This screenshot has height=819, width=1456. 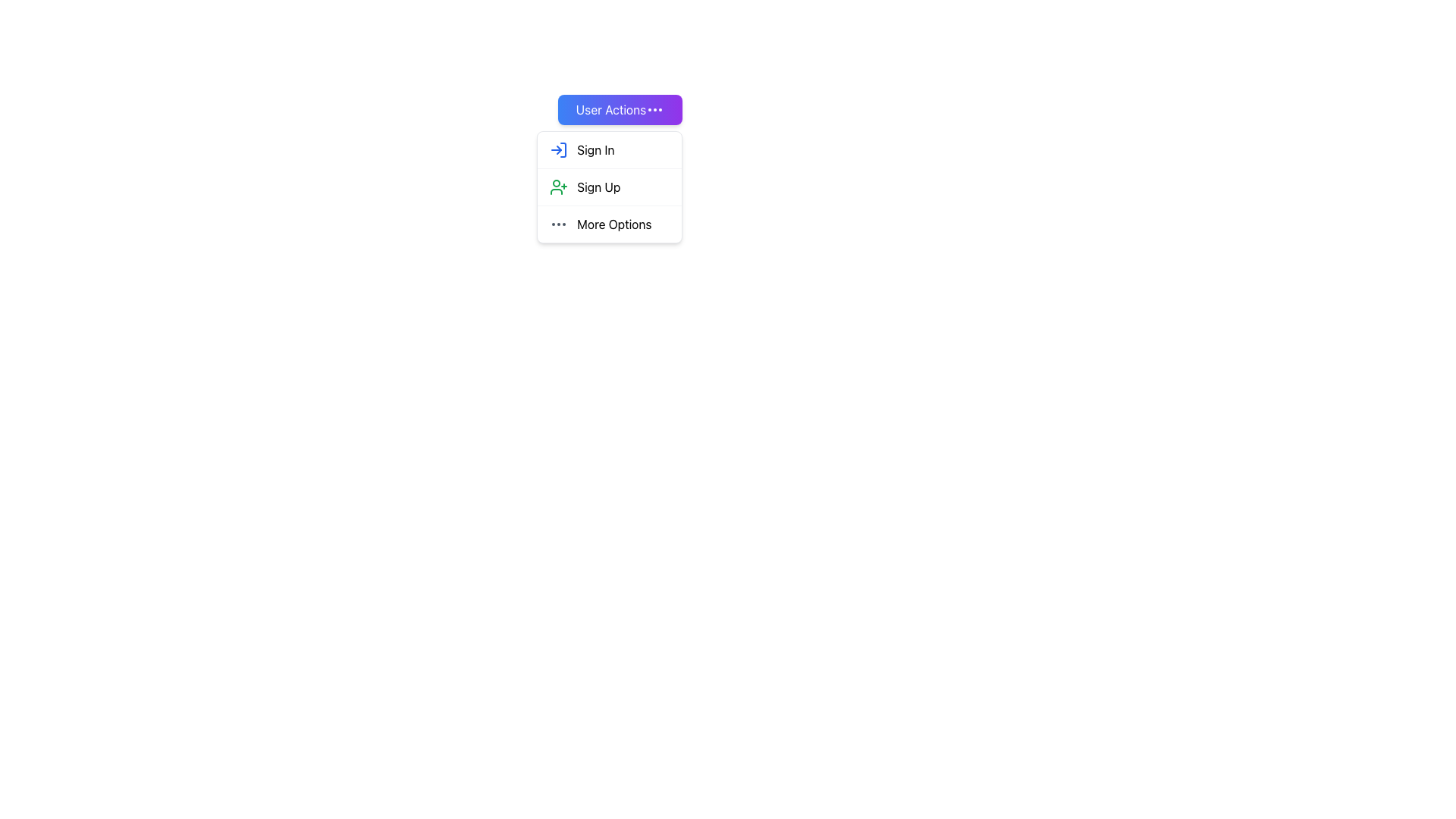 What do you see at coordinates (610, 224) in the screenshot?
I see `the 'More Options' menu item located at the bottom of the dropdown menu` at bounding box center [610, 224].